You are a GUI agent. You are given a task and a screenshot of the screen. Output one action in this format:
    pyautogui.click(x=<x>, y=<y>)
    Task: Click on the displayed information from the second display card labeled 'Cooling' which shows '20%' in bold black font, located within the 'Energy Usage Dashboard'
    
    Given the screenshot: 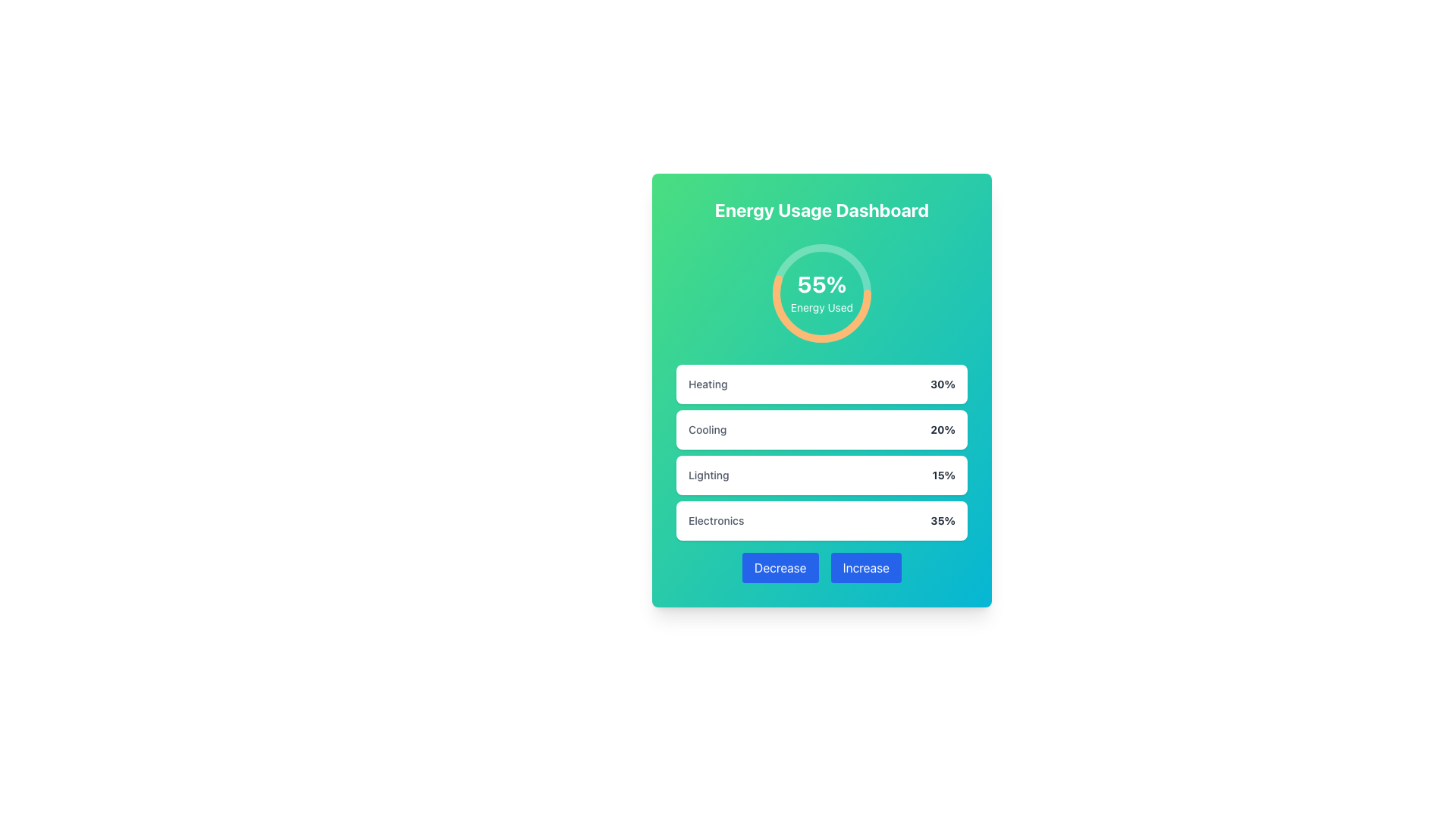 What is the action you would take?
    pyautogui.click(x=821, y=430)
    